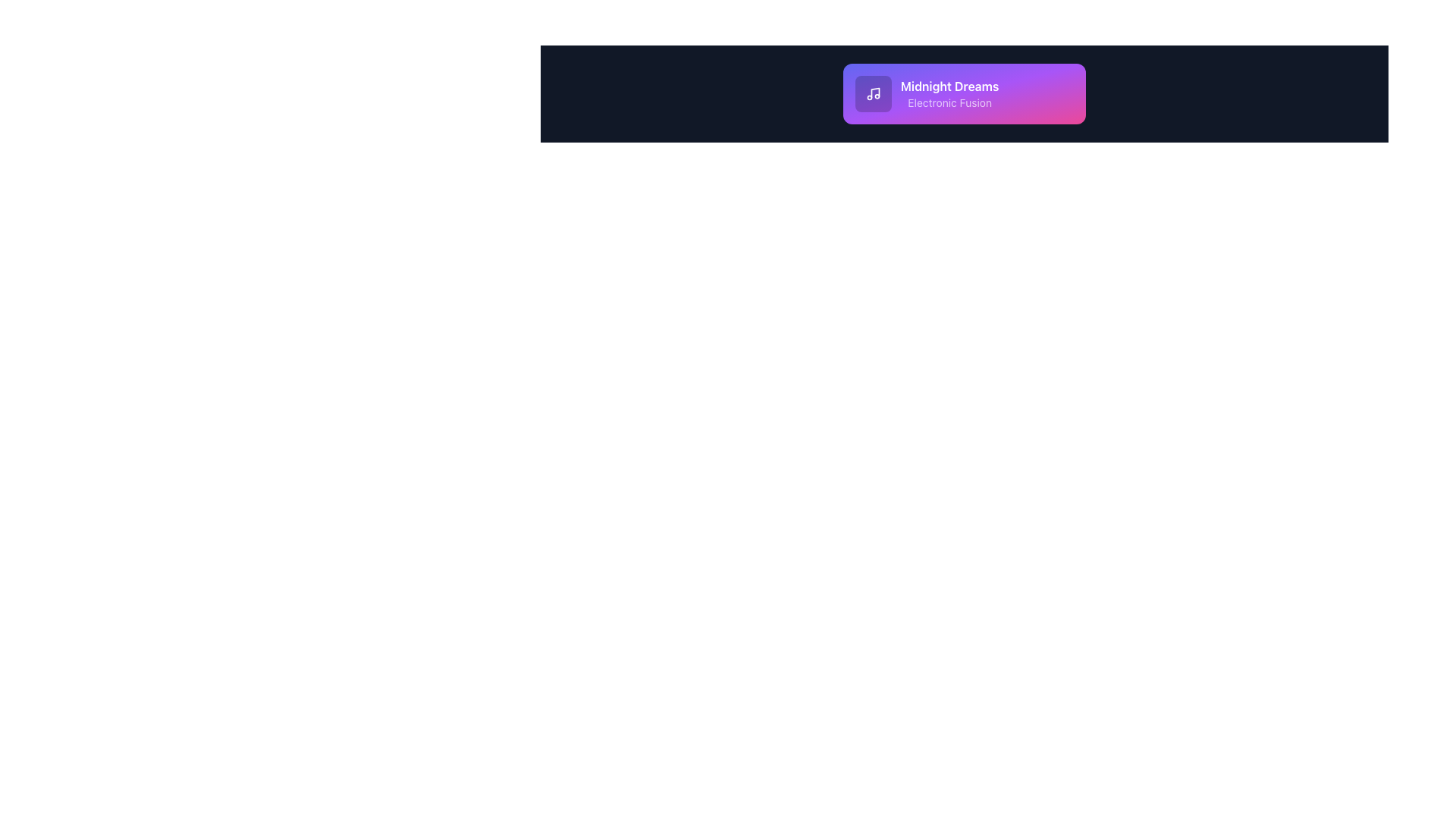 The width and height of the screenshot is (1456, 819). What do you see at coordinates (949, 102) in the screenshot?
I see `the Text Label displaying 'Electronic Fusion', which is styled in white with 70% opacity and is located below 'Midnight Dreams'` at bounding box center [949, 102].